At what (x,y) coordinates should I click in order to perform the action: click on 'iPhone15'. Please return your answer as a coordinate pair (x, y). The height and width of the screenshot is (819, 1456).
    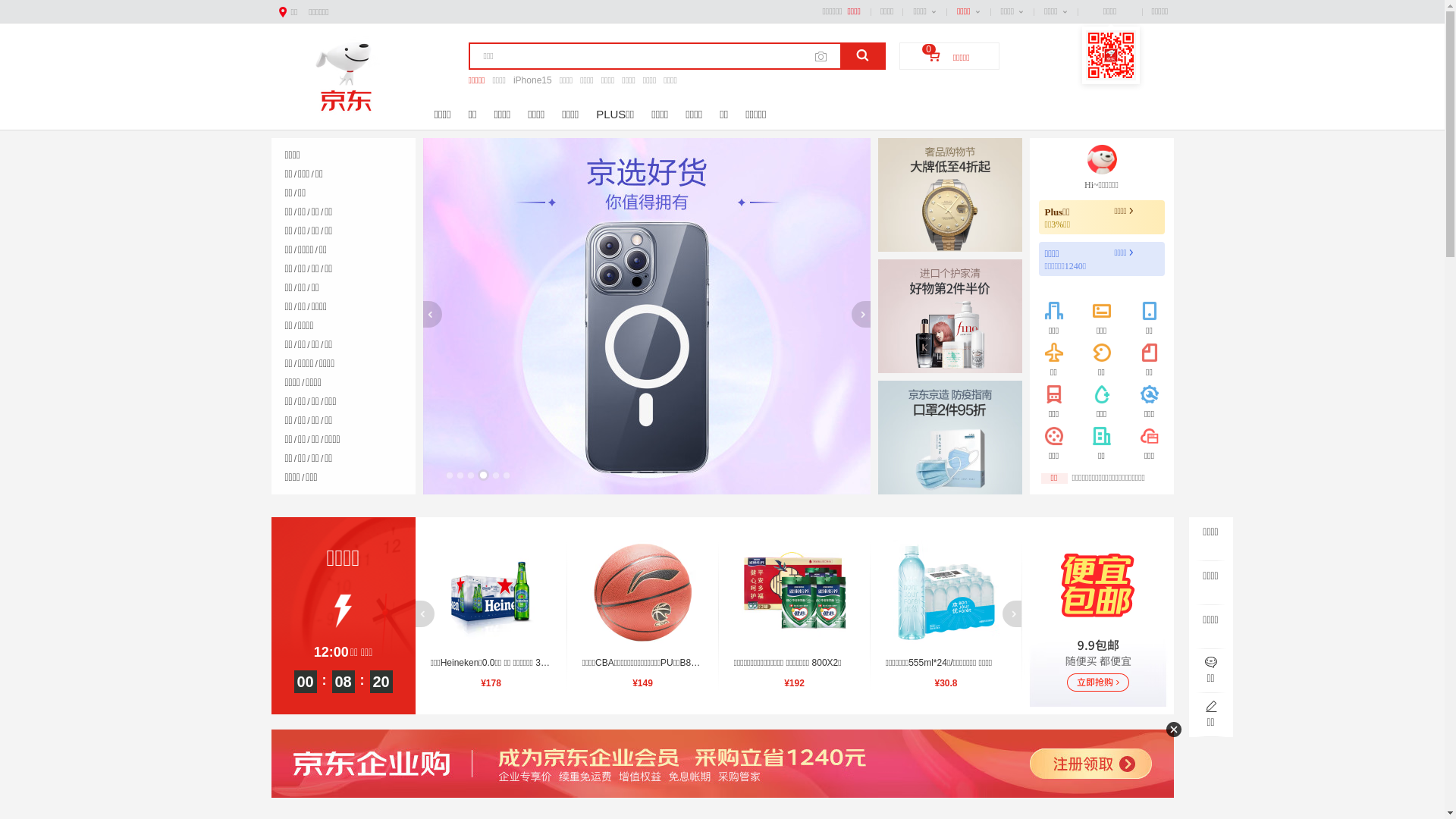
    Looking at the image, I should click on (513, 80).